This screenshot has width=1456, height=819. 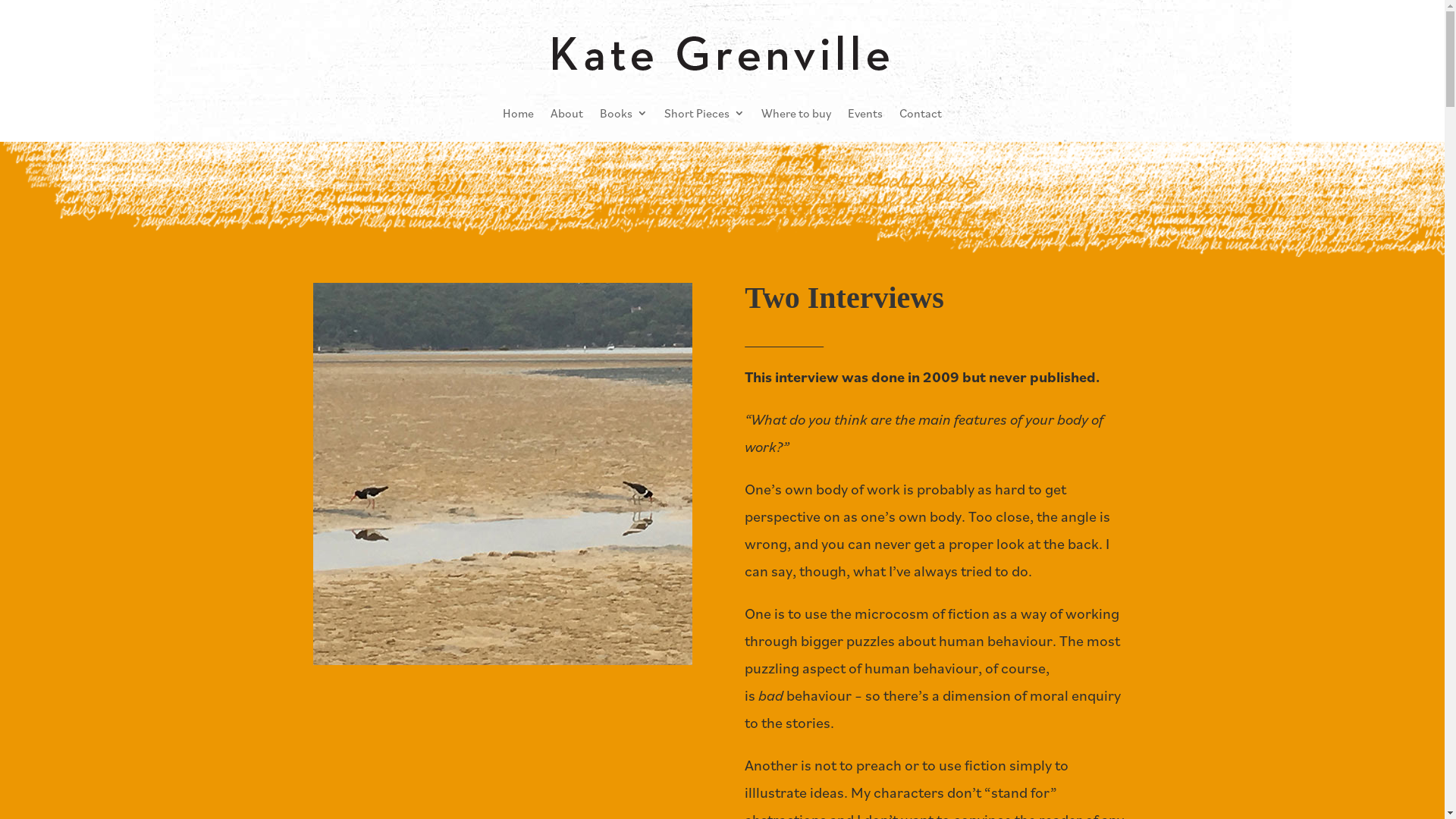 What do you see at coordinates (920, 112) in the screenshot?
I see `'Contact'` at bounding box center [920, 112].